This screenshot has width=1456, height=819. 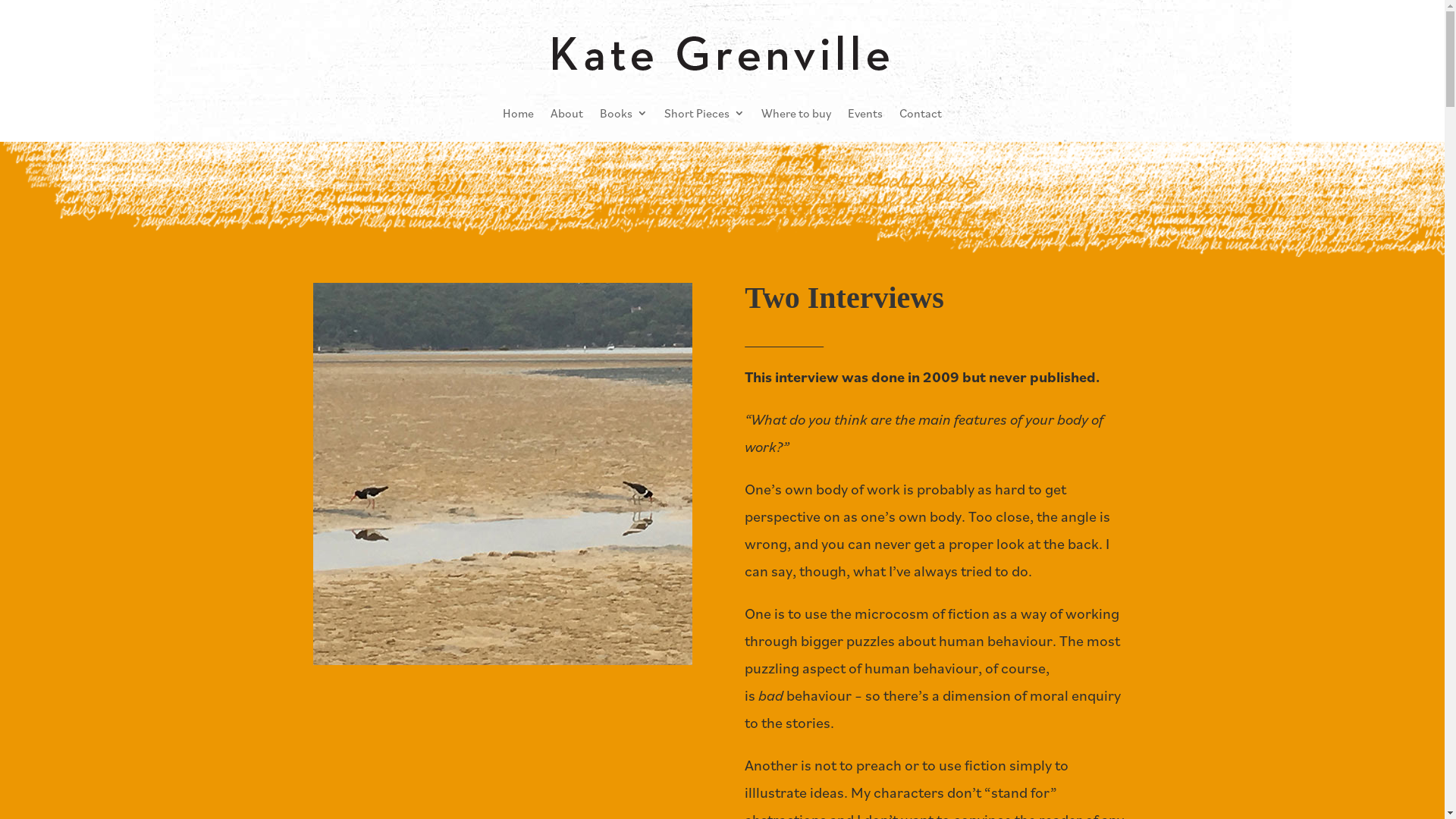 What do you see at coordinates (920, 112) in the screenshot?
I see `'Contact'` at bounding box center [920, 112].